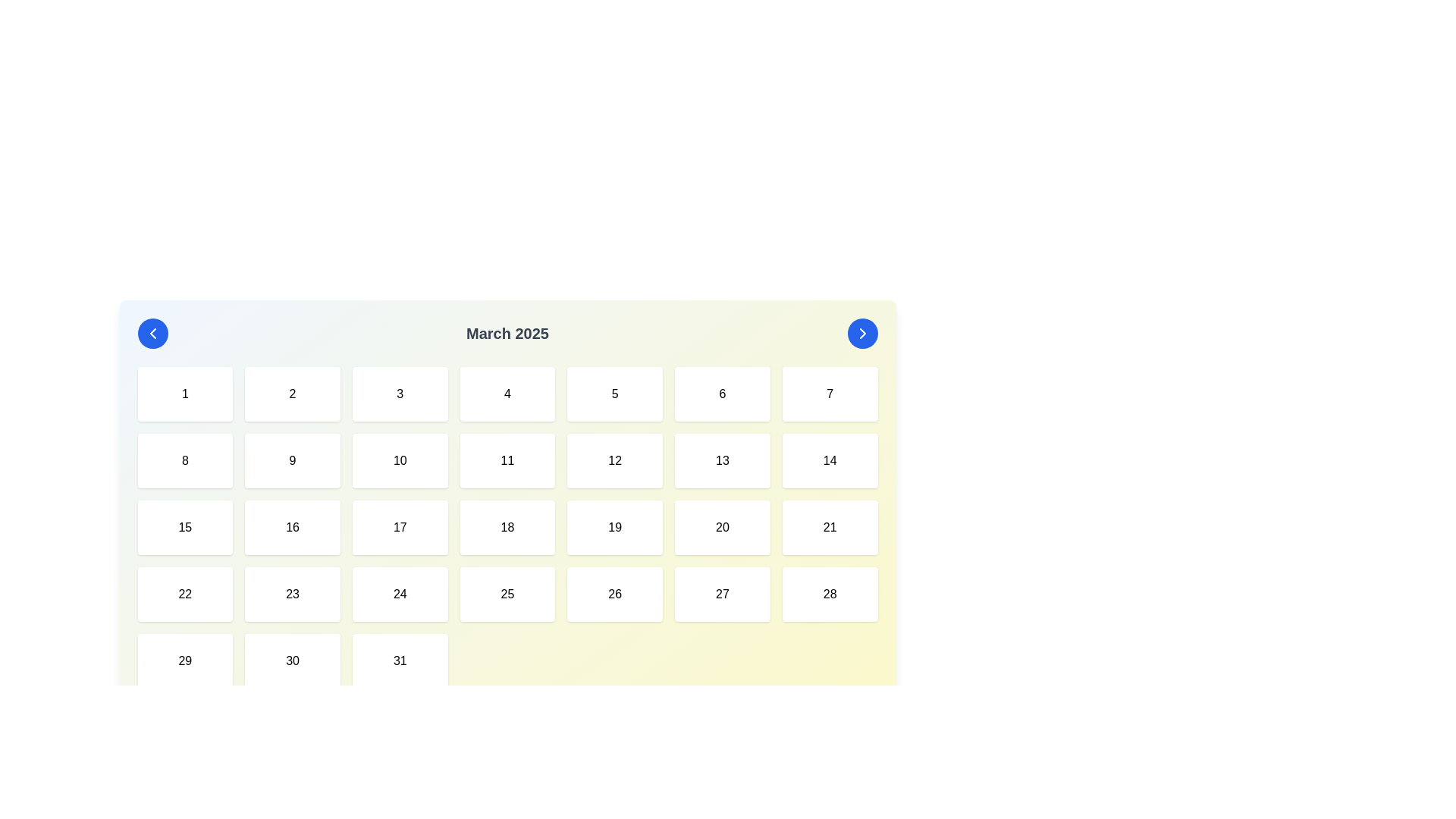 Image resolution: width=1456 pixels, height=819 pixels. Describe the element at coordinates (615, 593) in the screenshot. I see `the calendar date button located in the fourth row and fifth column of the calendar grid` at that location.